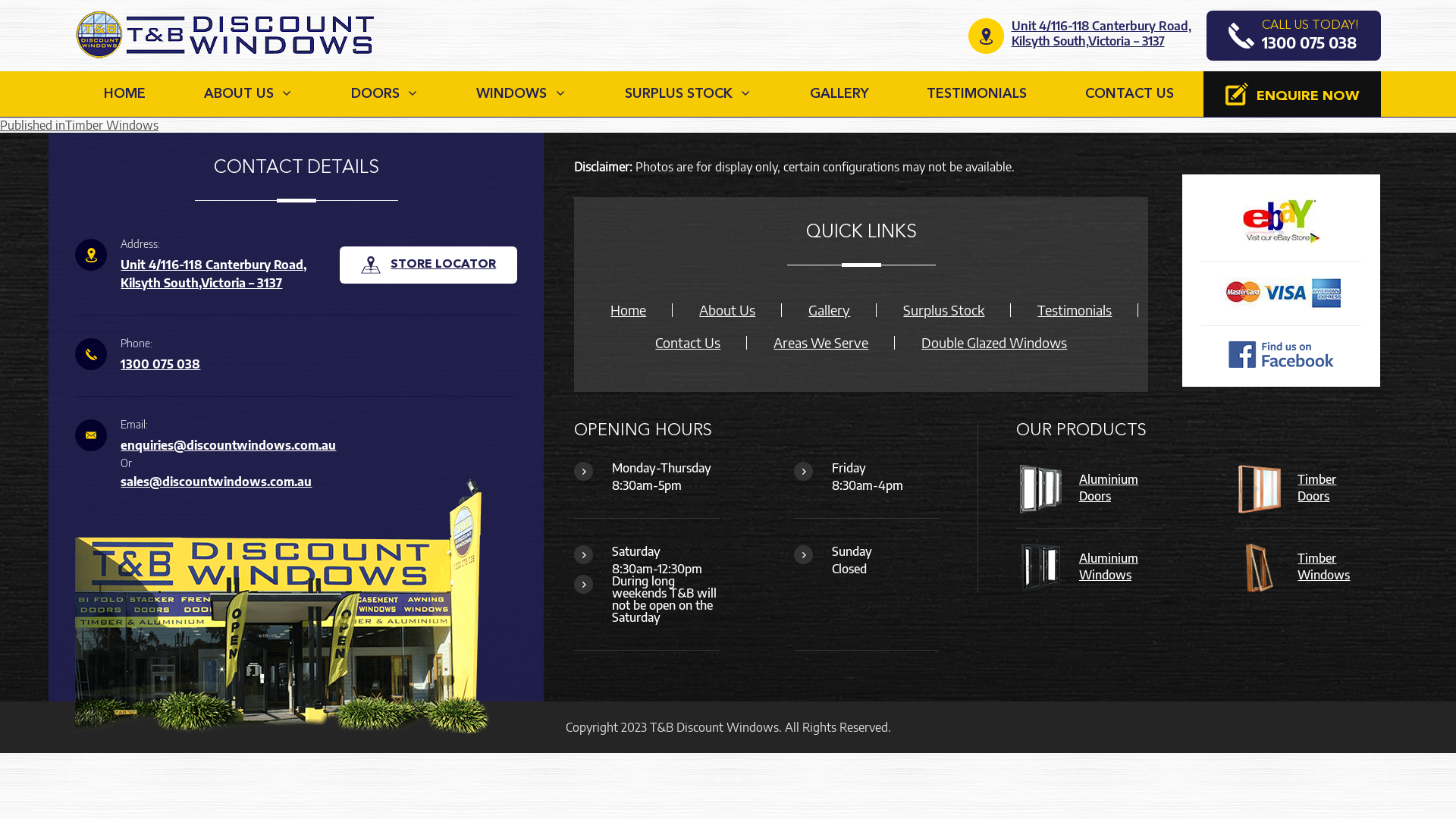 The width and height of the screenshot is (1456, 819). What do you see at coordinates (1073, 309) in the screenshot?
I see `'Testimonials'` at bounding box center [1073, 309].